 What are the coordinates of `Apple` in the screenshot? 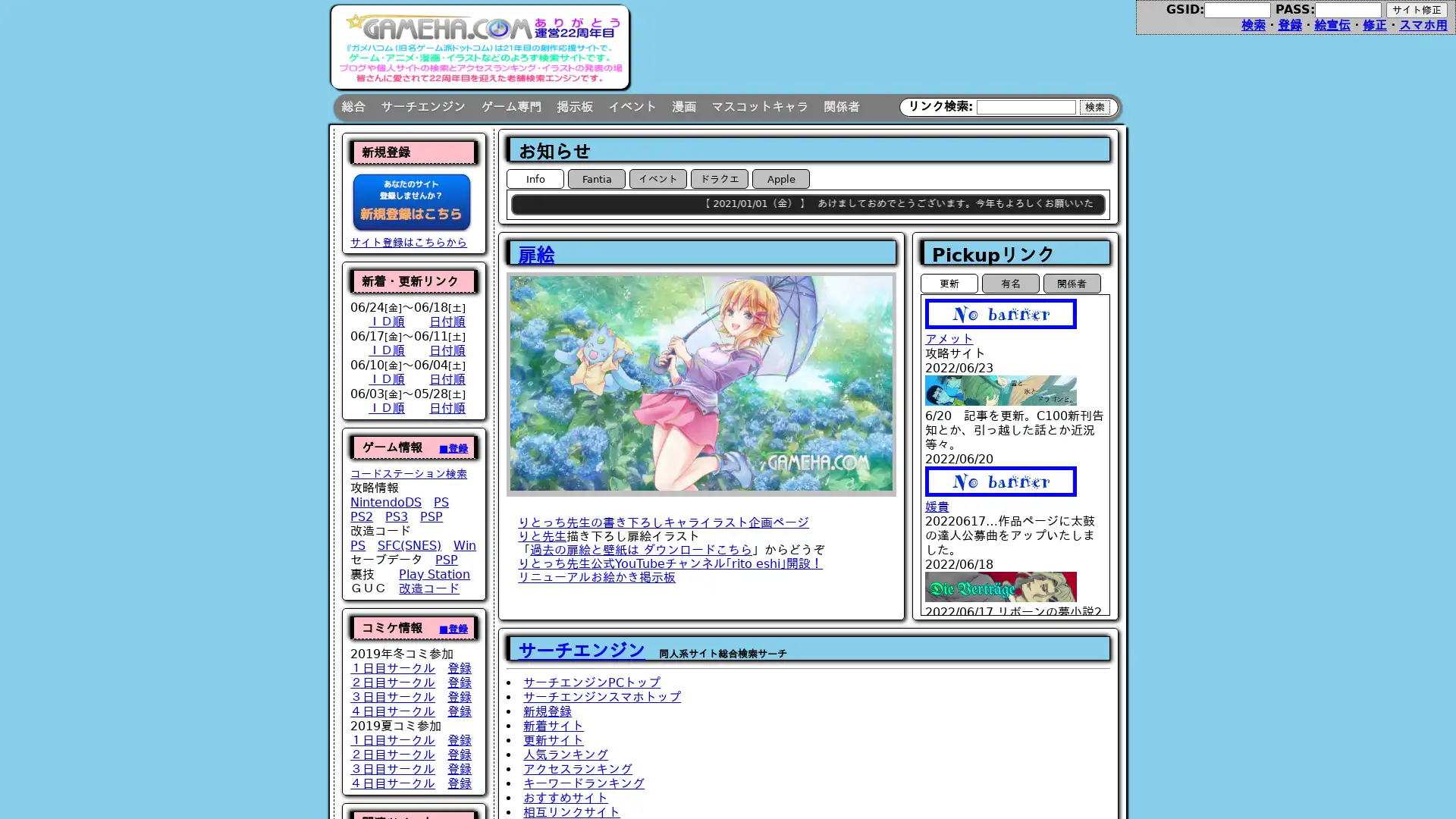 It's located at (781, 177).